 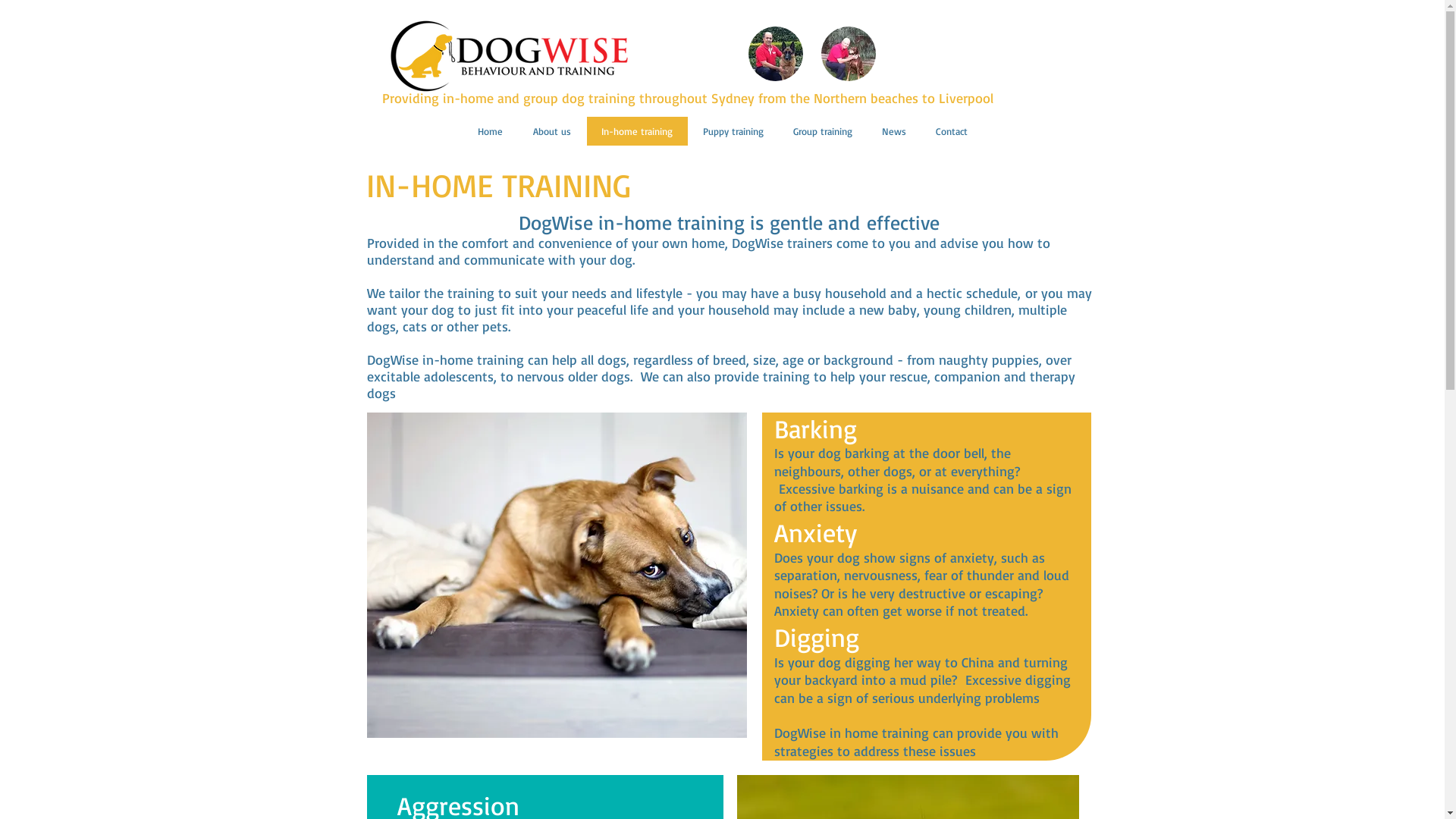 I want to click on 'Puppy training', so click(x=686, y=130).